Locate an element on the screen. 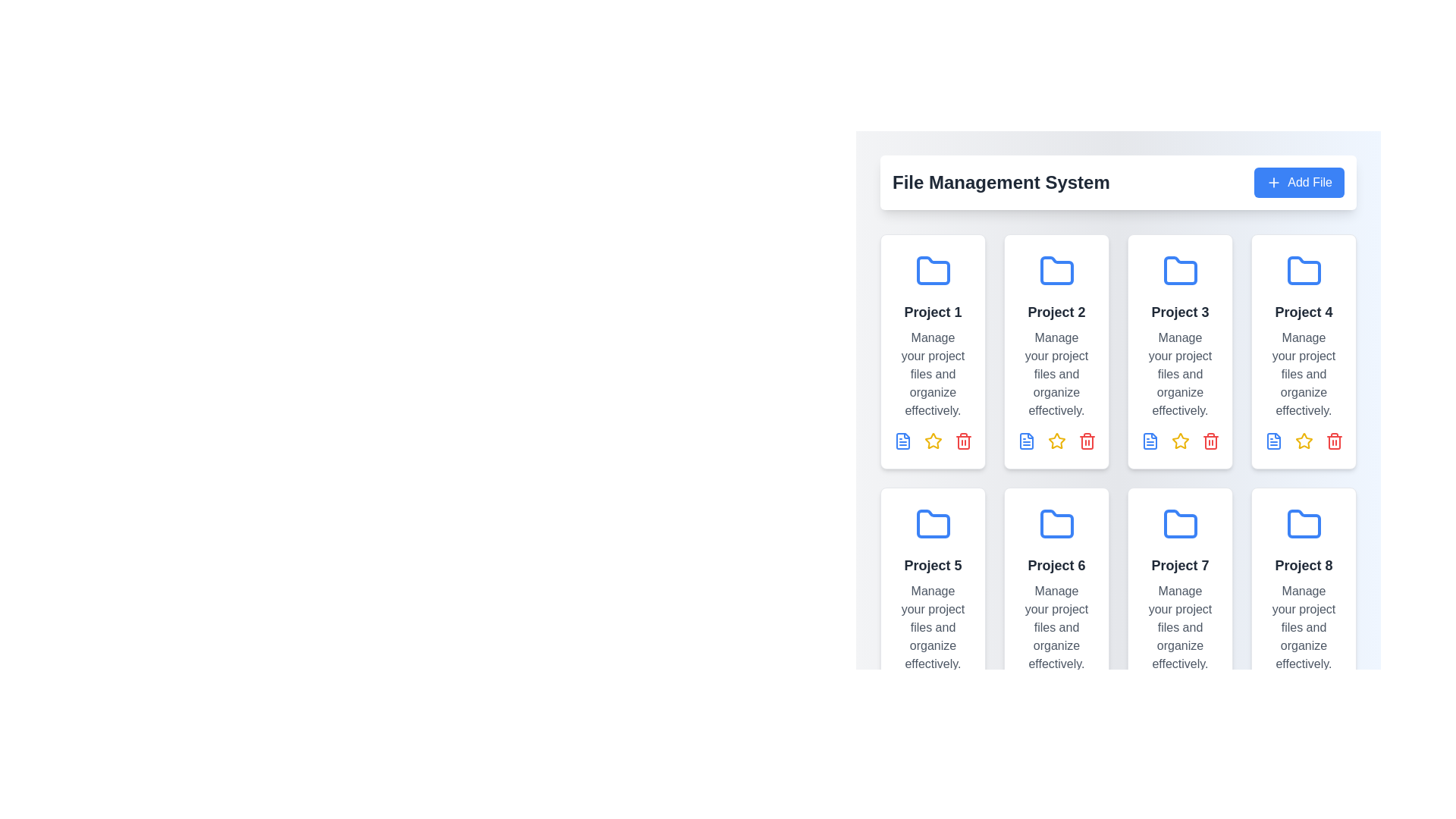  the folder icon representing the 'Project 2' directory in the file management system interface, located at the top section of the card labeled 'Project 2' is located at coordinates (1056, 271).